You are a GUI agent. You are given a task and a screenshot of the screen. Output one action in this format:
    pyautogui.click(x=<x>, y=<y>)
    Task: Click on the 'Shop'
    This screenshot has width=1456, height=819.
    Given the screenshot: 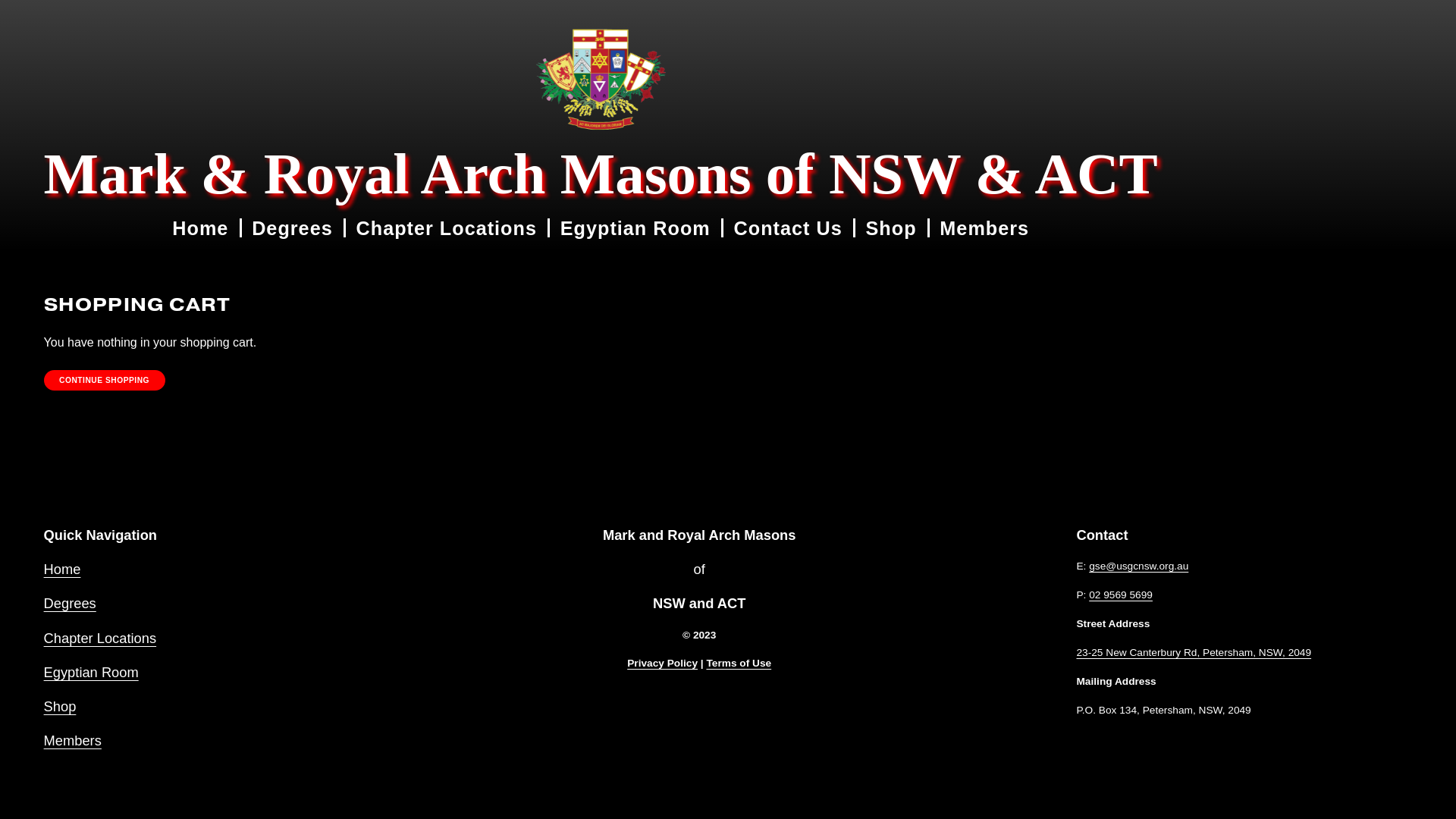 What is the action you would take?
    pyautogui.click(x=60, y=706)
    